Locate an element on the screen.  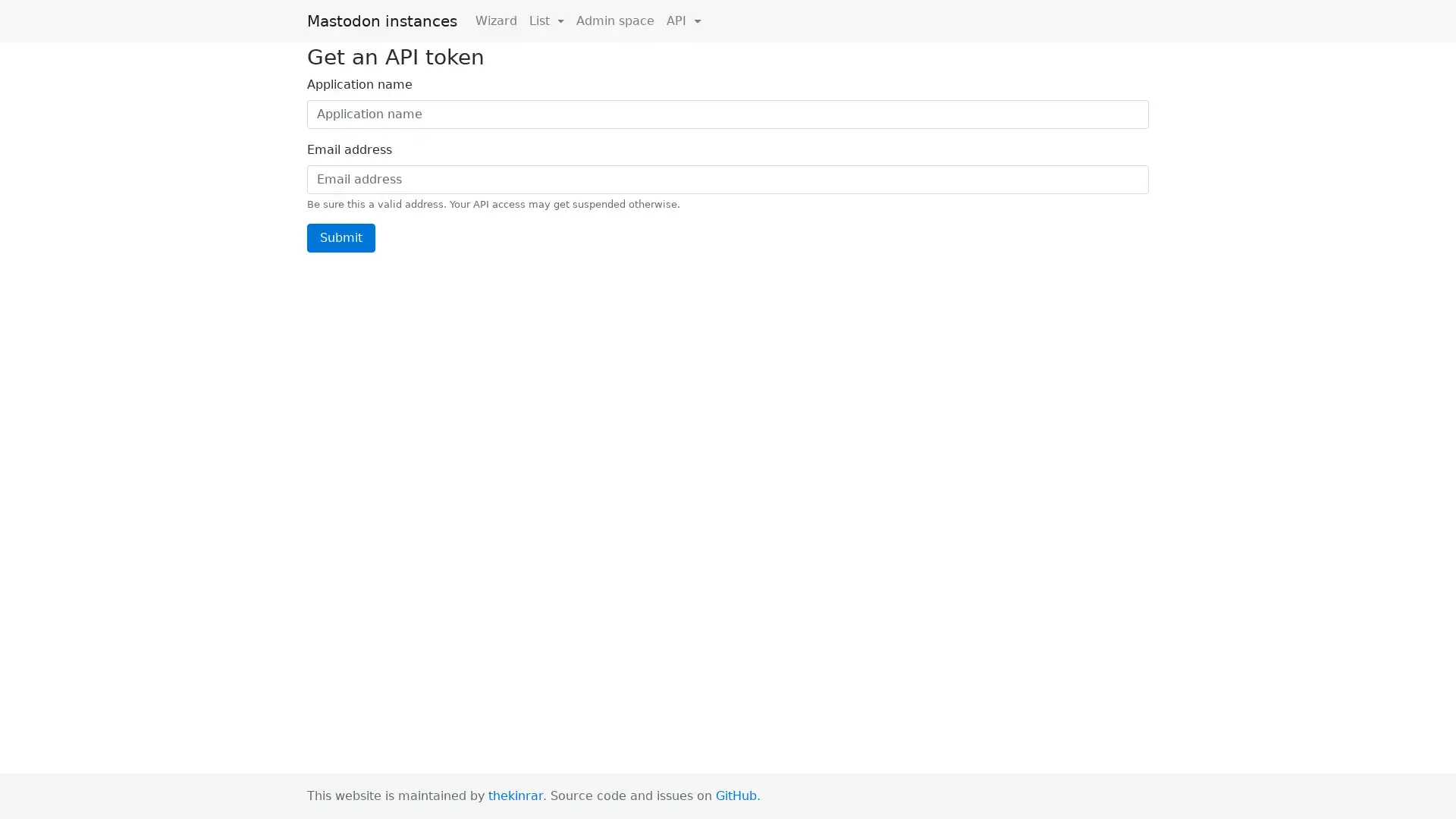
Submit is located at coordinates (340, 237).